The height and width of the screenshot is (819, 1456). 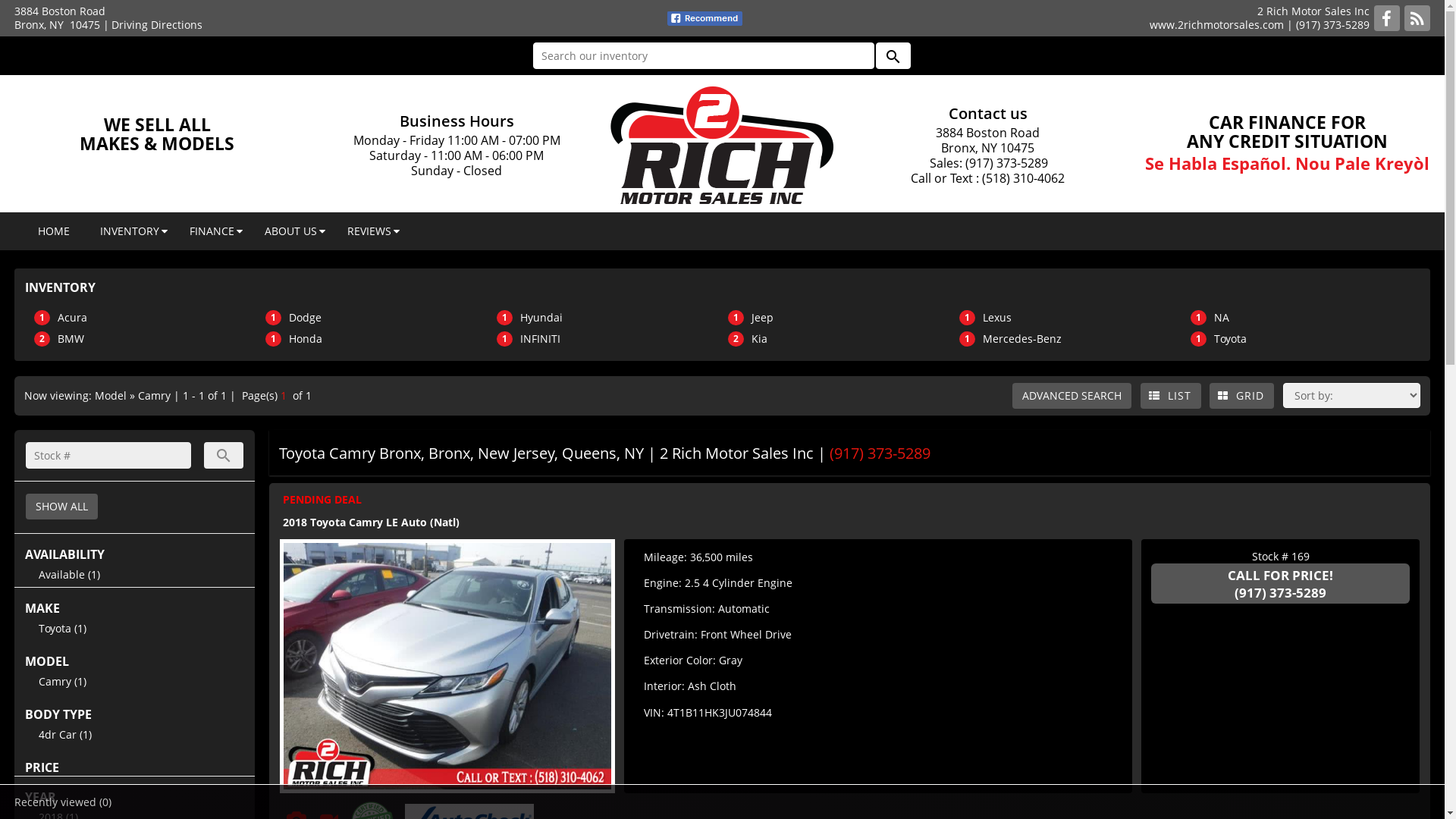 I want to click on 'SHOW ALL', so click(x=61, y=506).